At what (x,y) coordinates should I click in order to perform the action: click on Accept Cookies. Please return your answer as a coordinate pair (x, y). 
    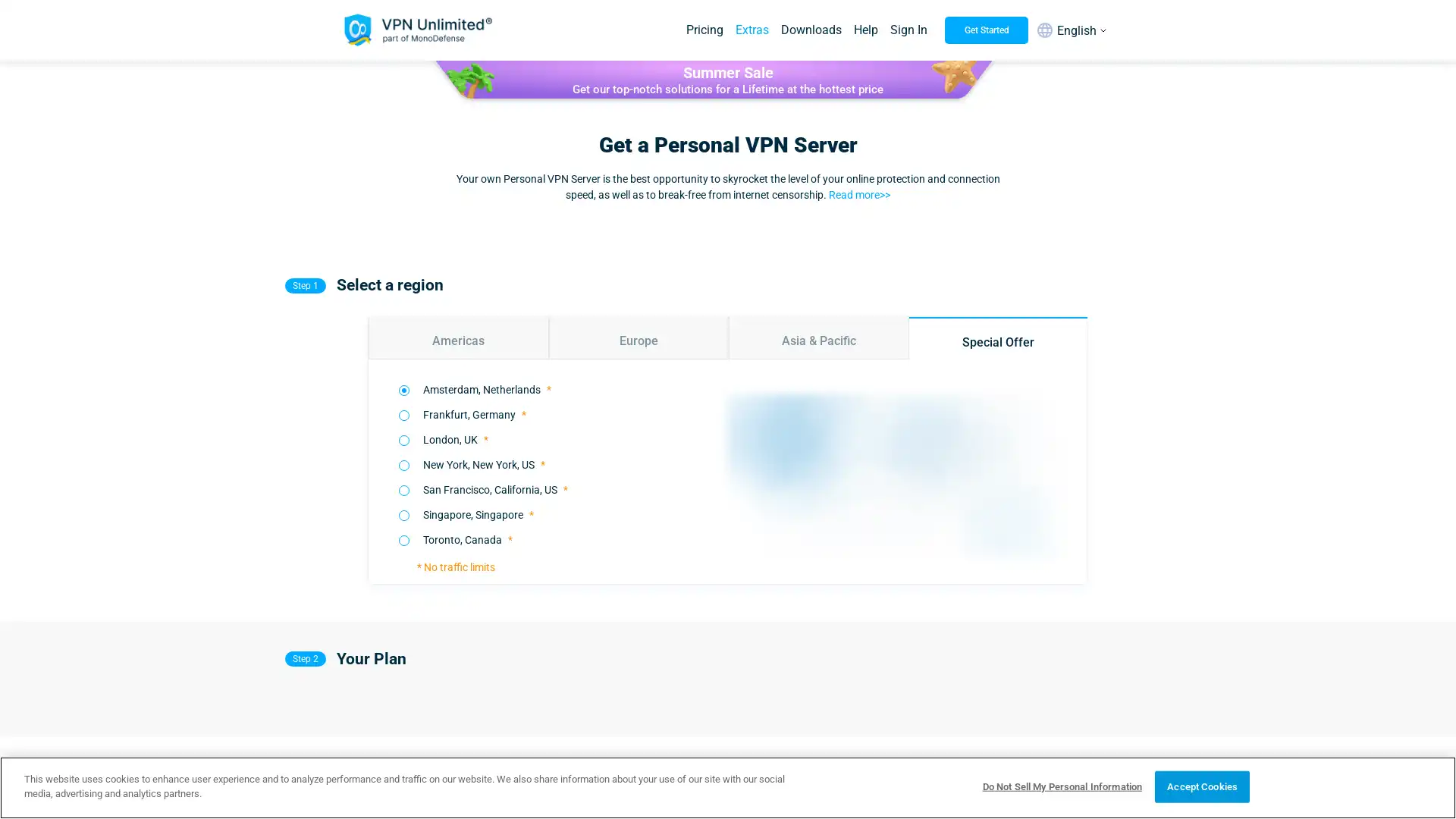
    Looking at the image, I should click on (1201, 786).